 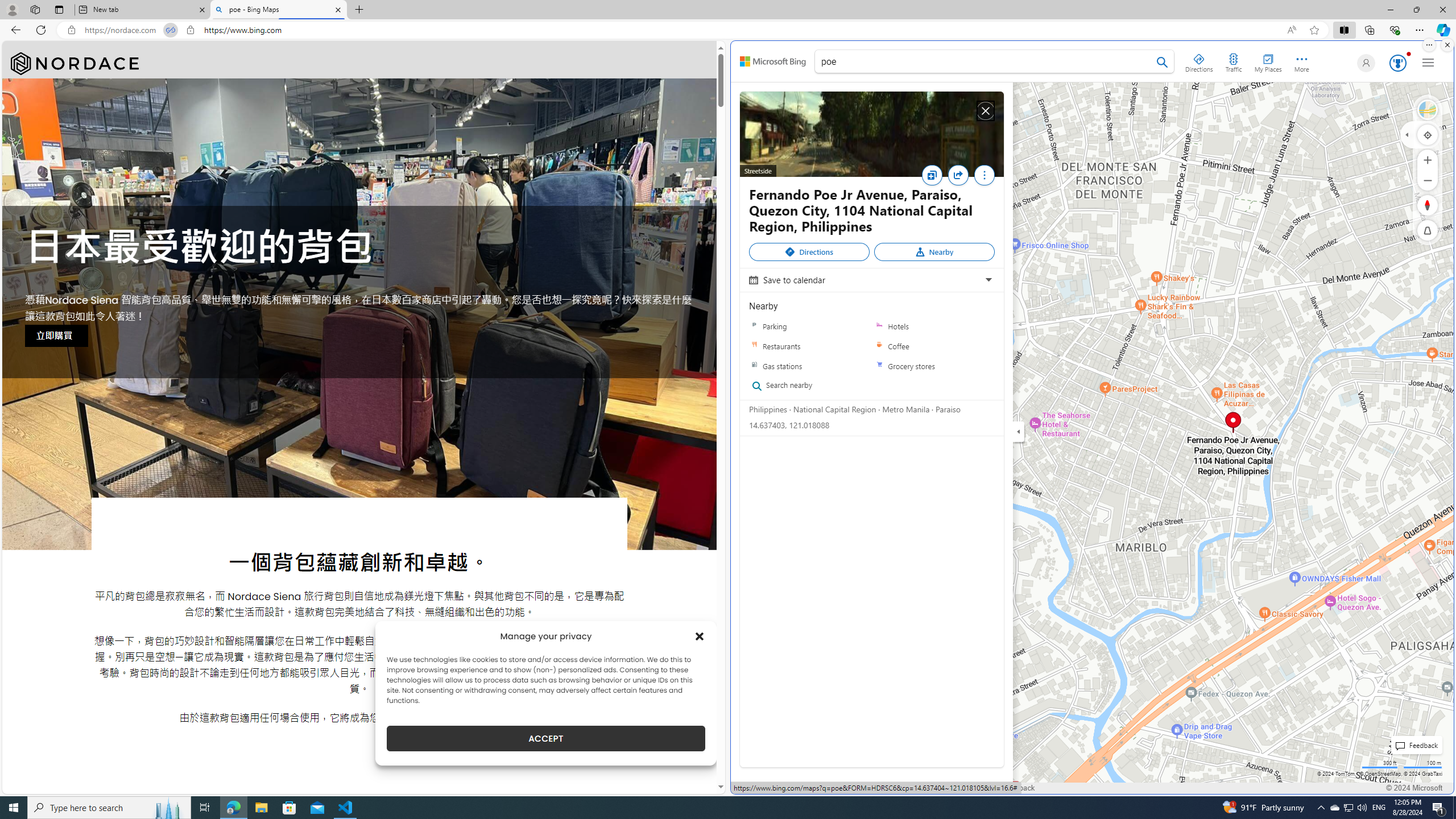 I want to click on 'ACCEPT', so click(x=545, y=738).